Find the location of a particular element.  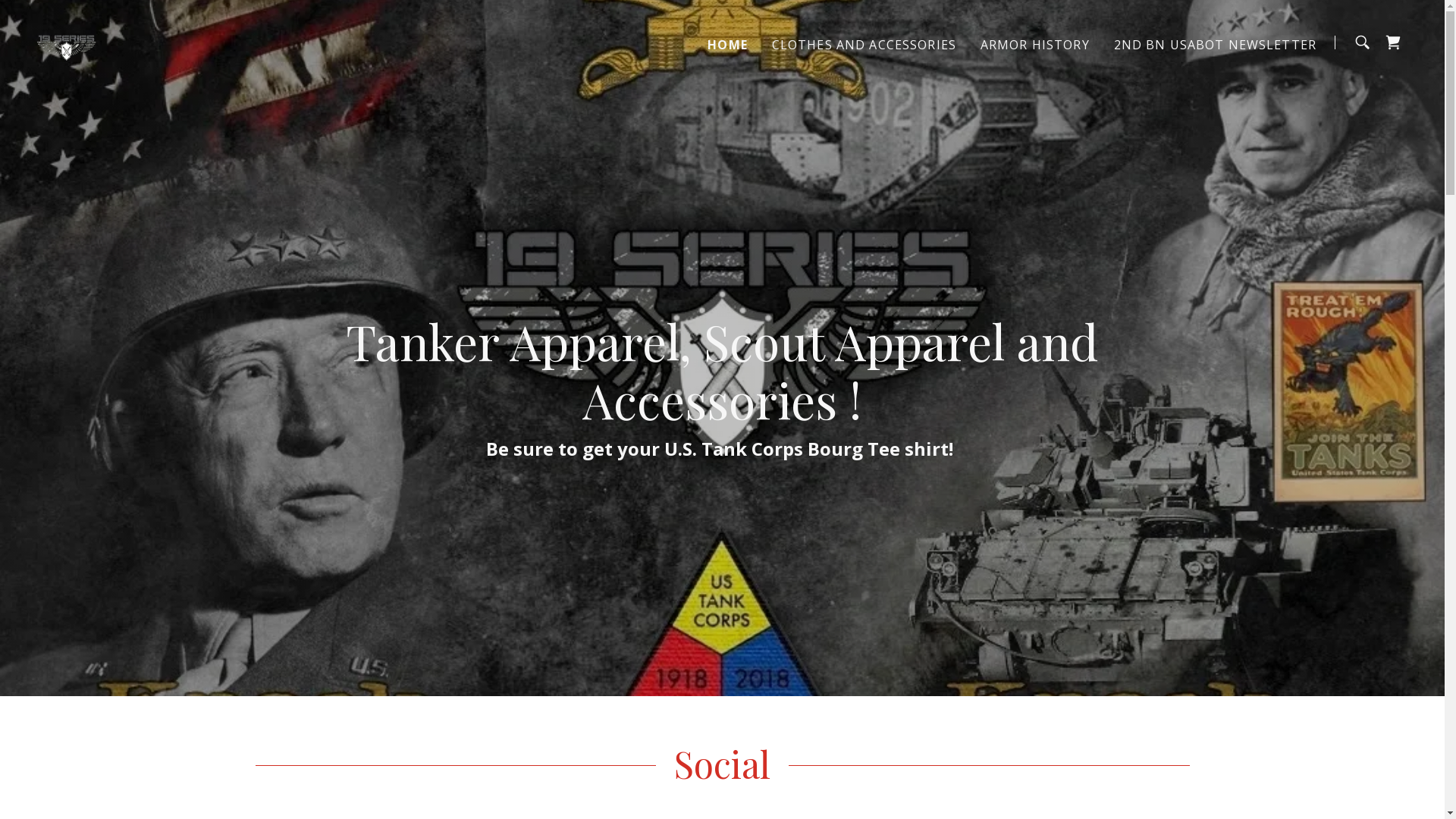

'HOME' is located at coordinates (726, 42).